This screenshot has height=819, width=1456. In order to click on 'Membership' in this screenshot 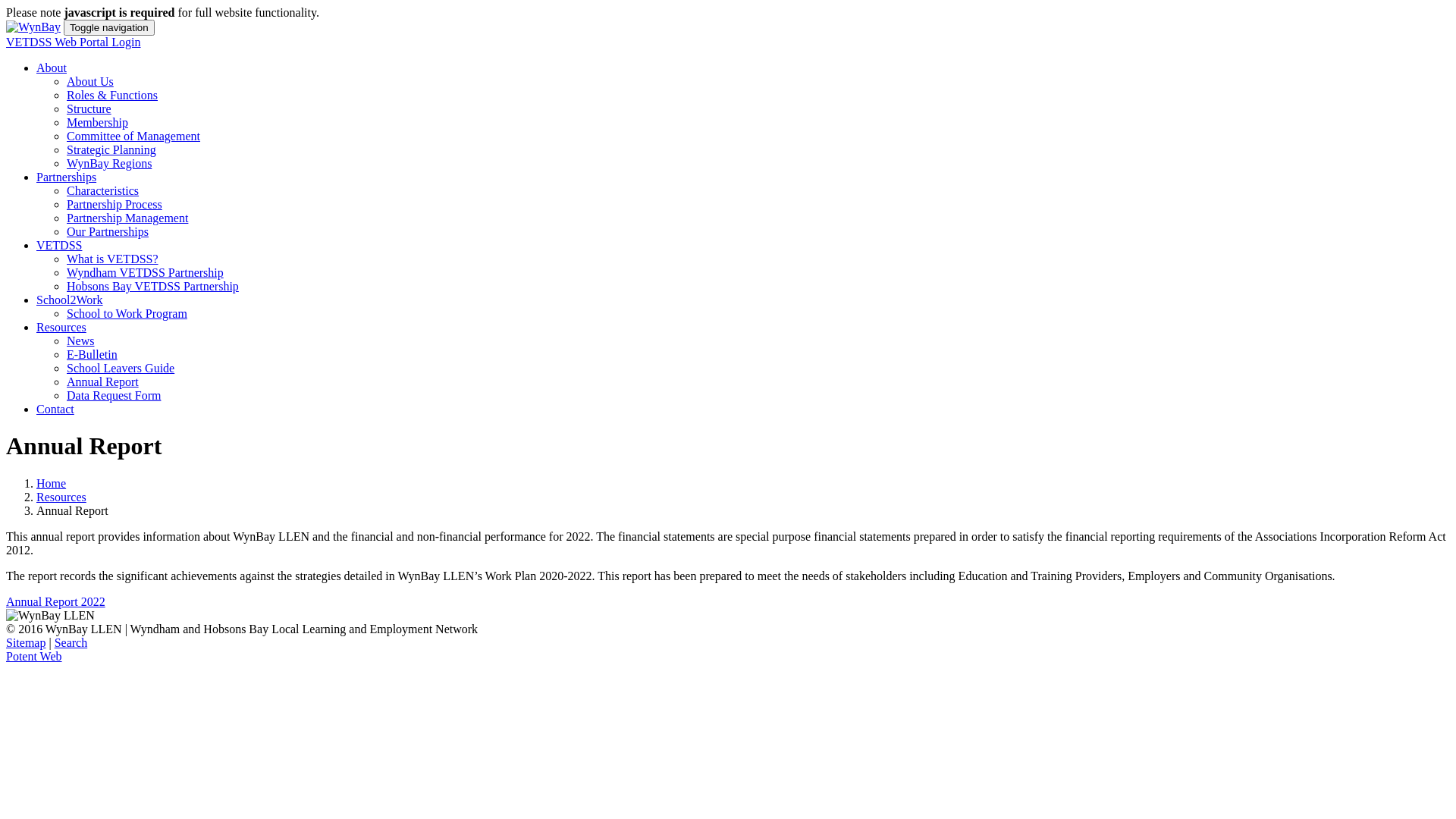, I will do `click(96, 121)`.